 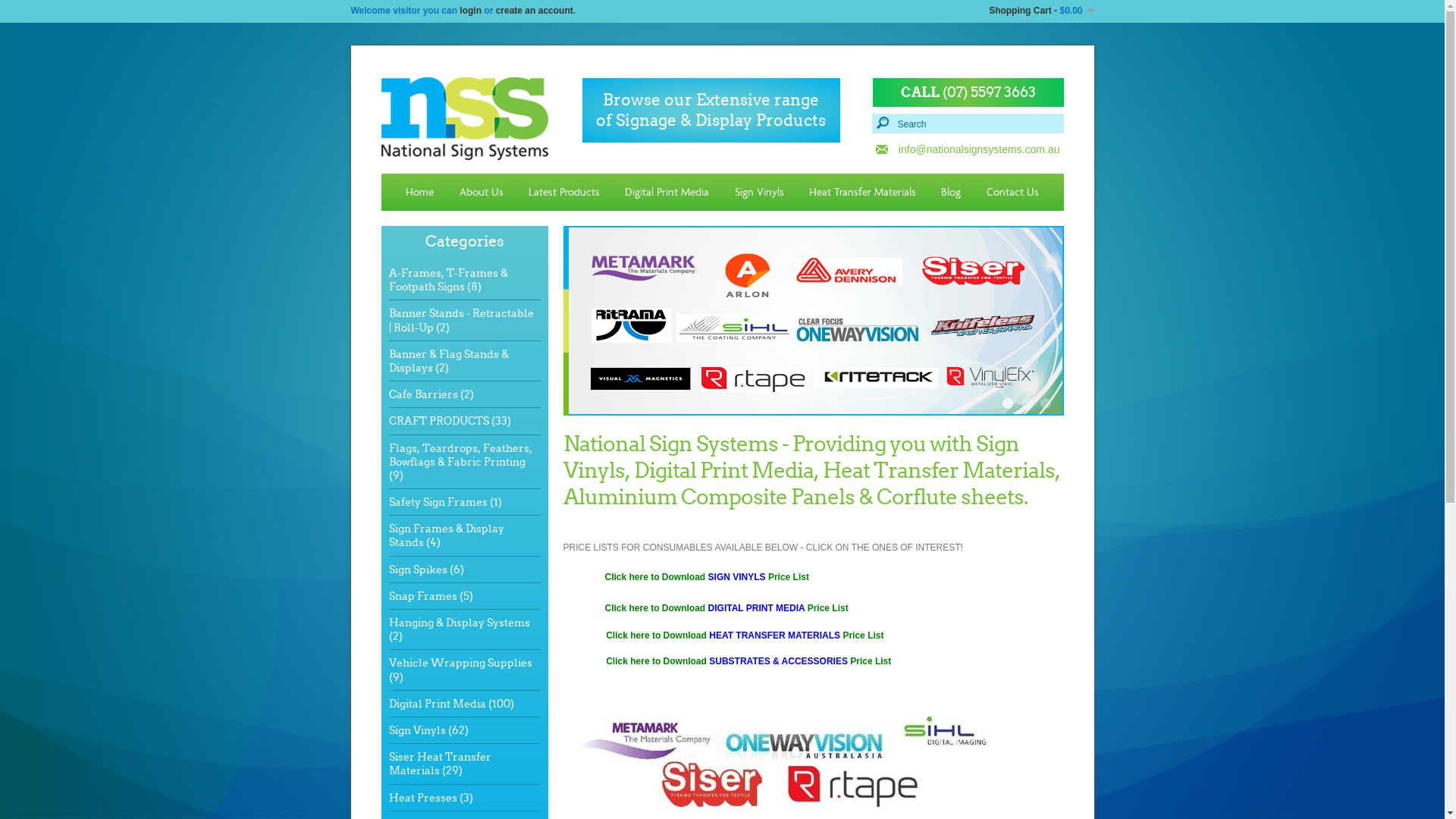 I want to click on '$0.00', so click(x=1075, y=11).